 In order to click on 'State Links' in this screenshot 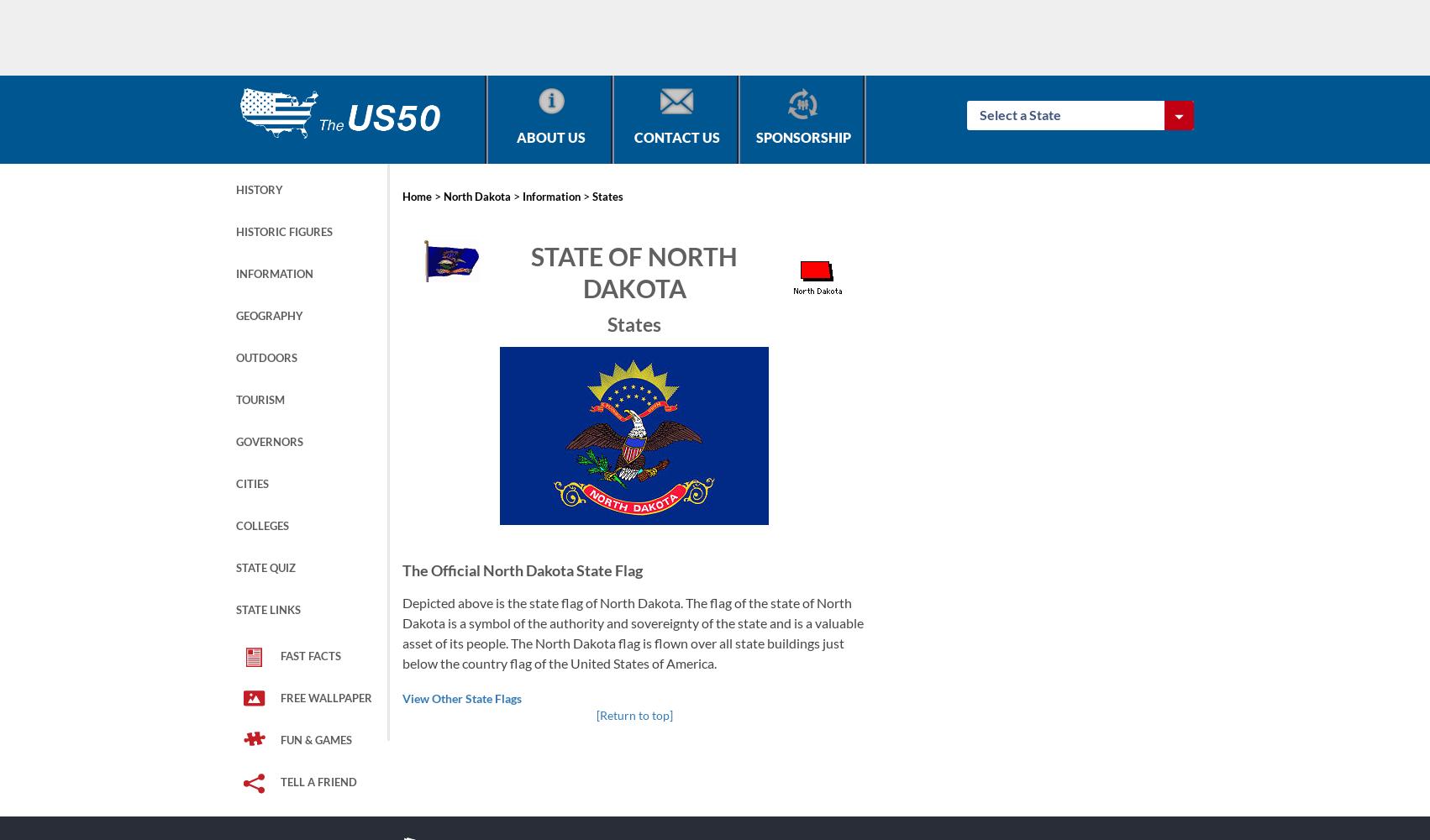, I will do `click(268, 609)`.